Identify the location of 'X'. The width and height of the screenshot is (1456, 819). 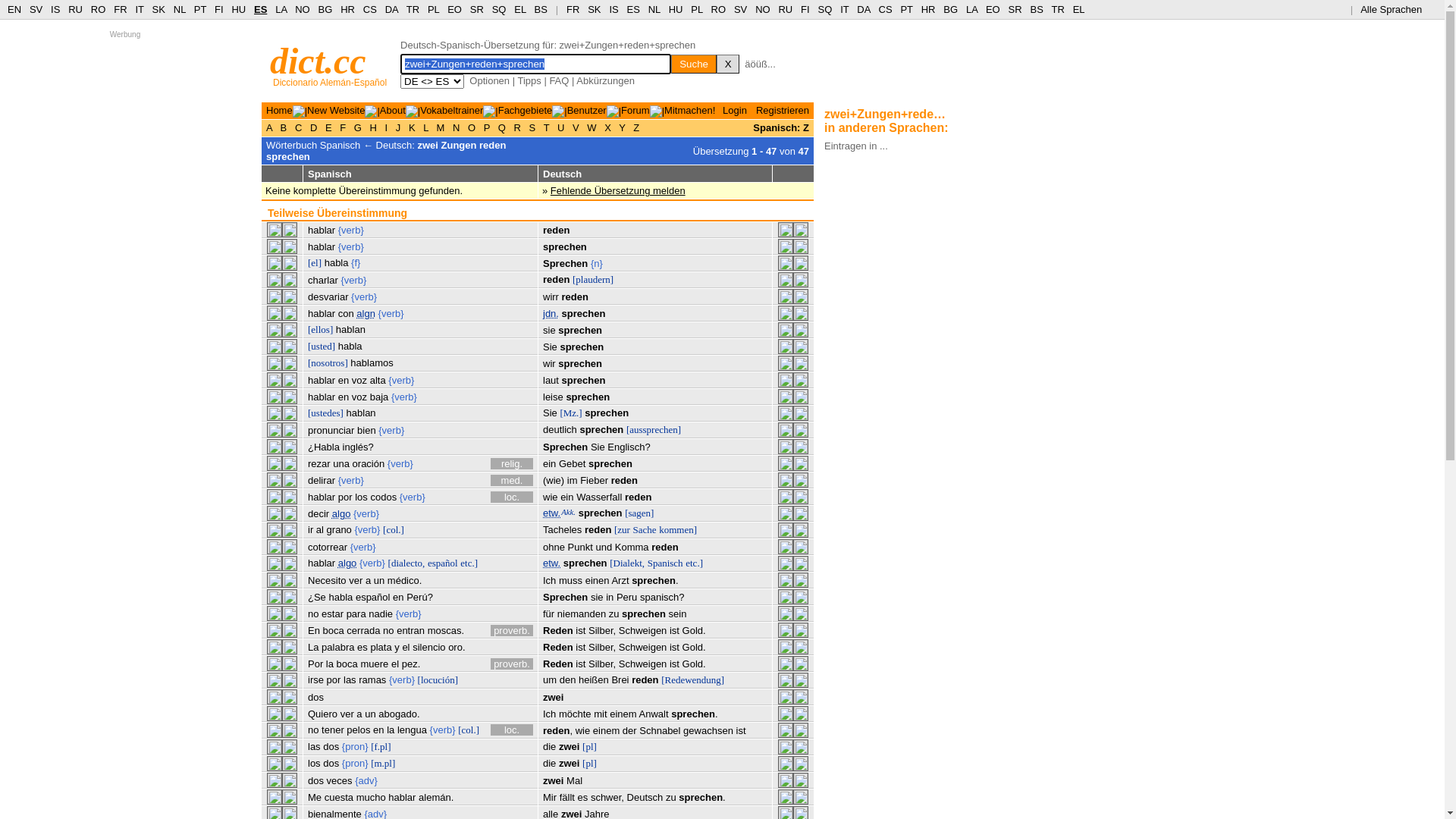
(728, 63).